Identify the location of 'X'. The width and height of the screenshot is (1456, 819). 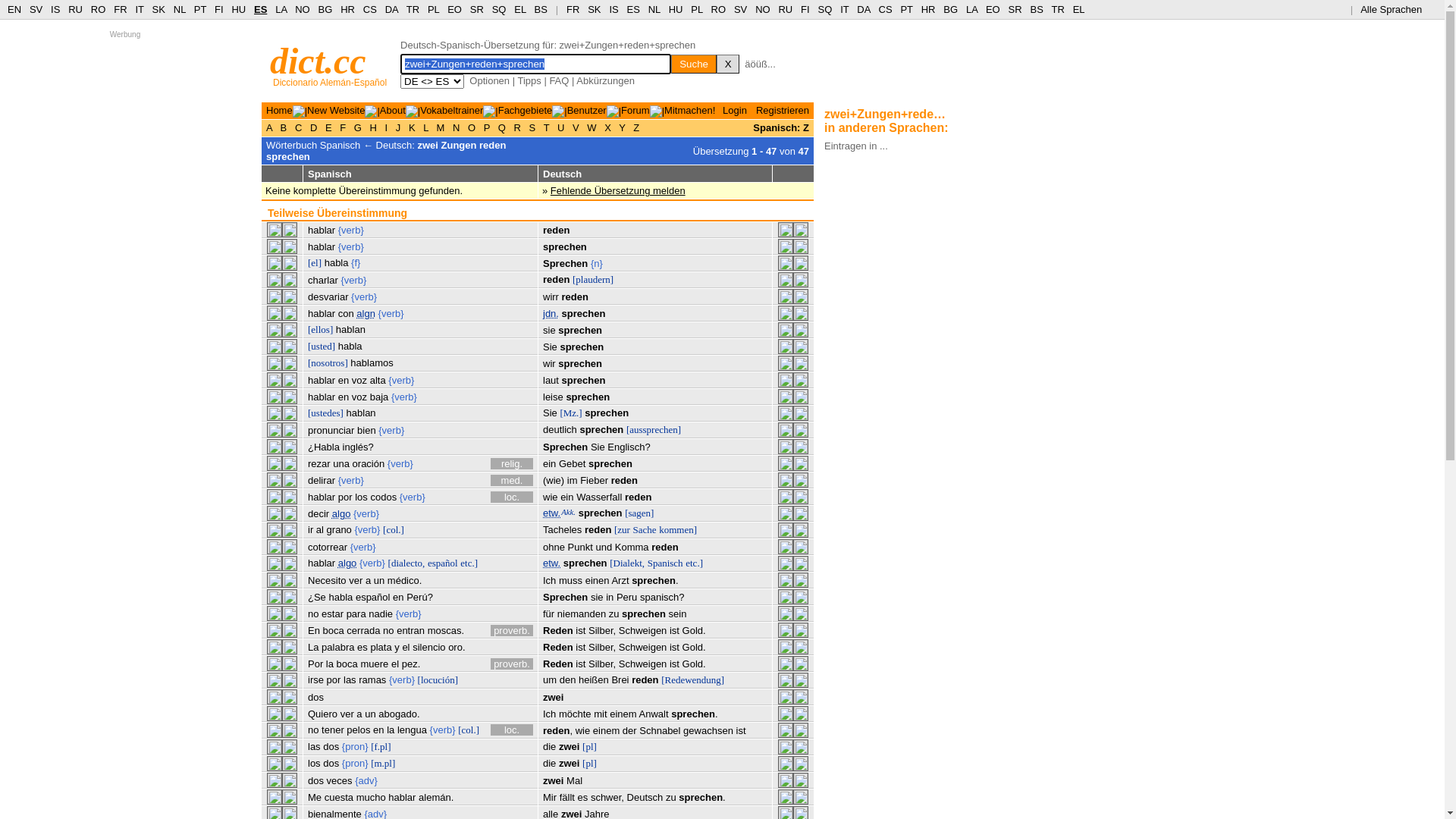
(728, 63).